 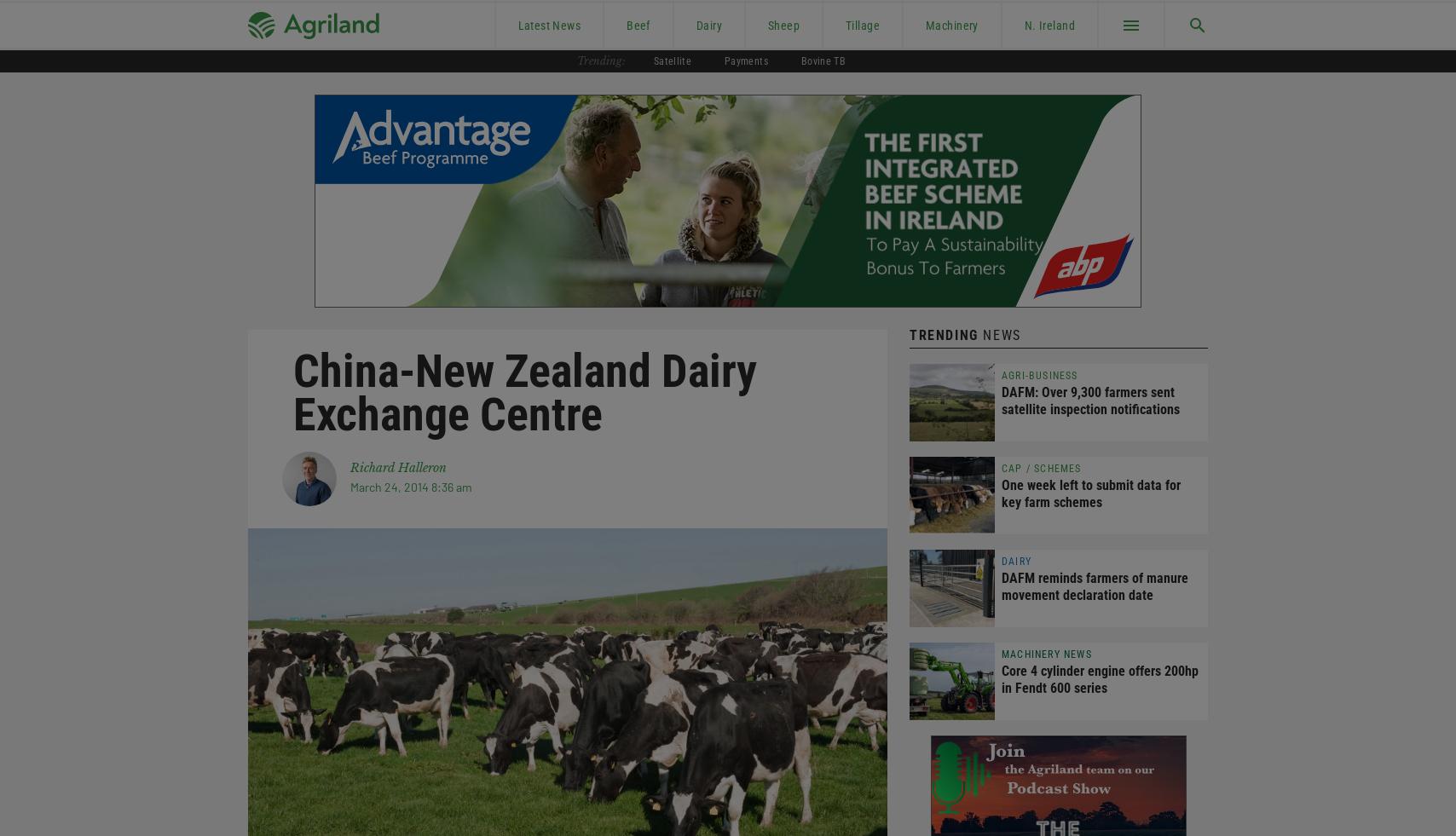 I want to click on 'Bovine TB', so click(x=823, y=61).